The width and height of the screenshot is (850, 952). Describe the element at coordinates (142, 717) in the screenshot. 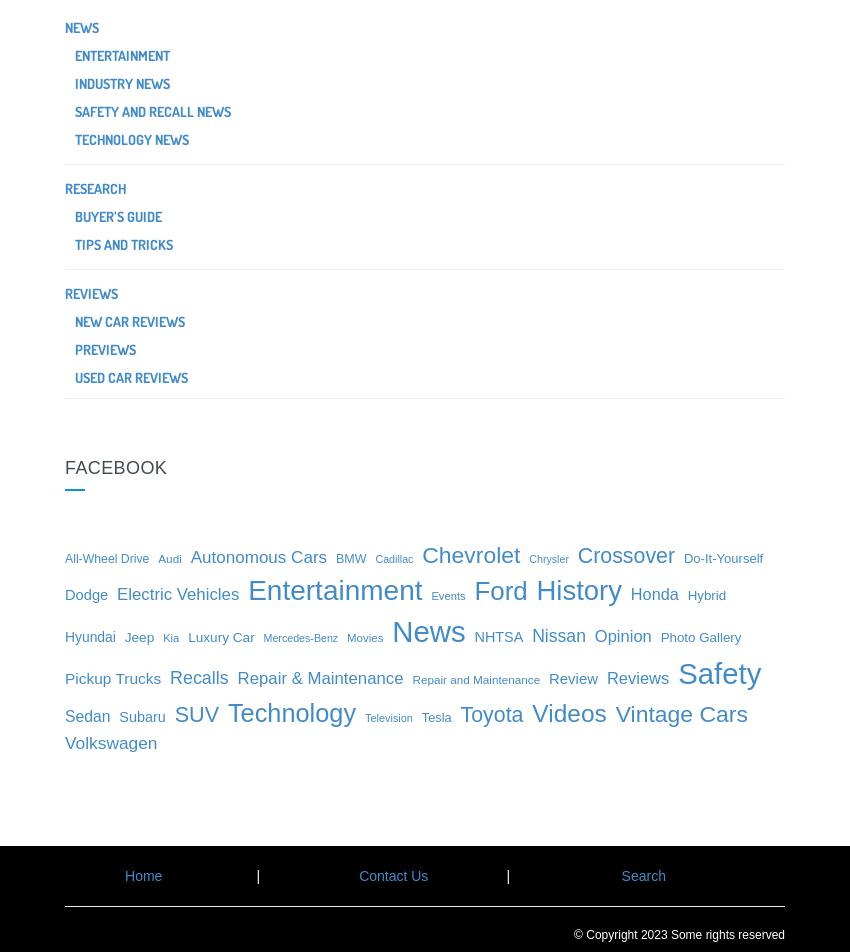

I see `'Subaru'` at that location.